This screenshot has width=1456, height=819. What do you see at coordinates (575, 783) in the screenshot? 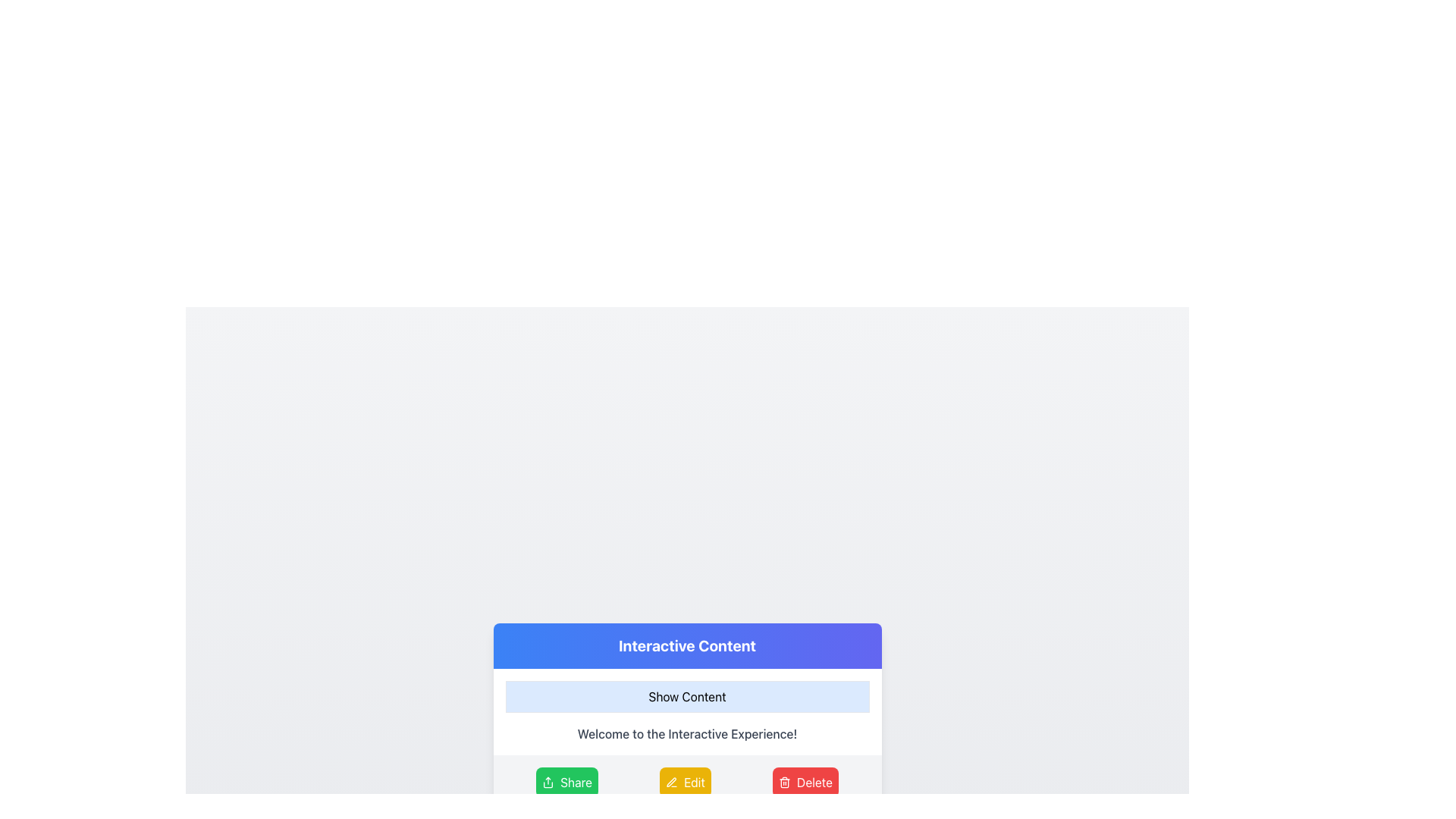
I see `the 'Share' button, which features white text on a green rectangular background` at bounding box center [575, 783].